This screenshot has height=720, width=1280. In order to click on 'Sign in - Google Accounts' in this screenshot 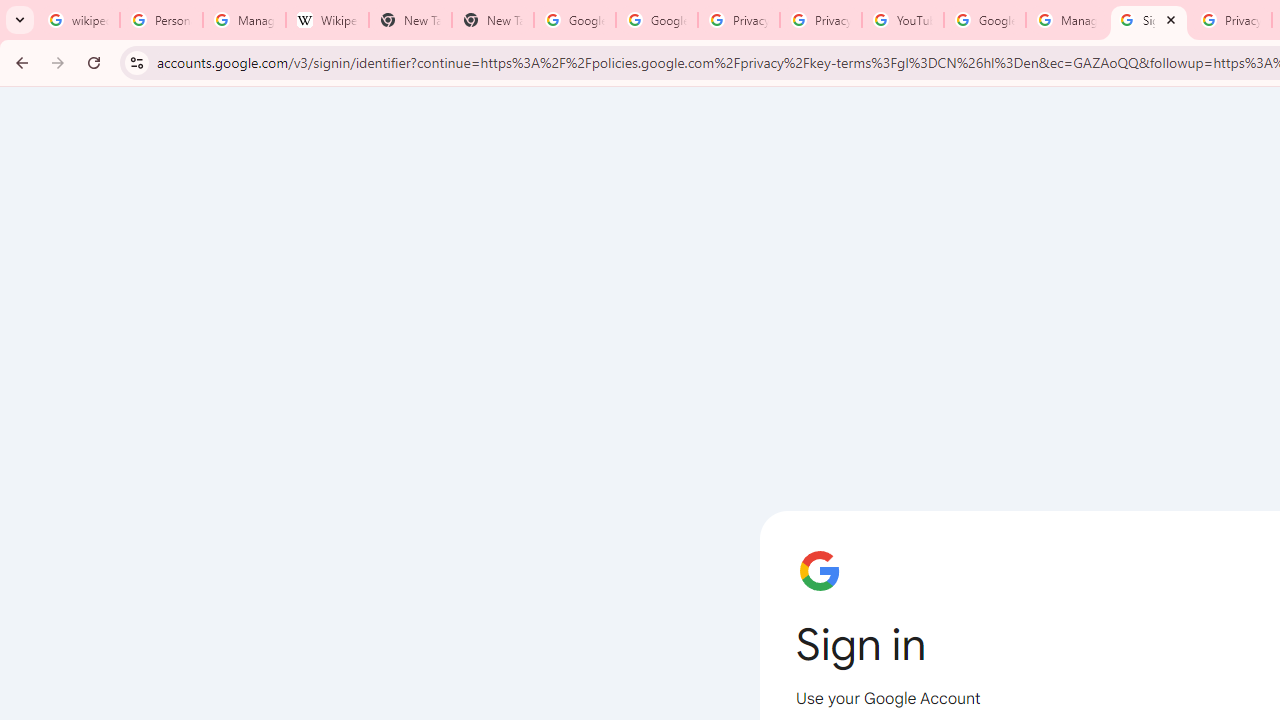, I will do `click(1149, 20)`.